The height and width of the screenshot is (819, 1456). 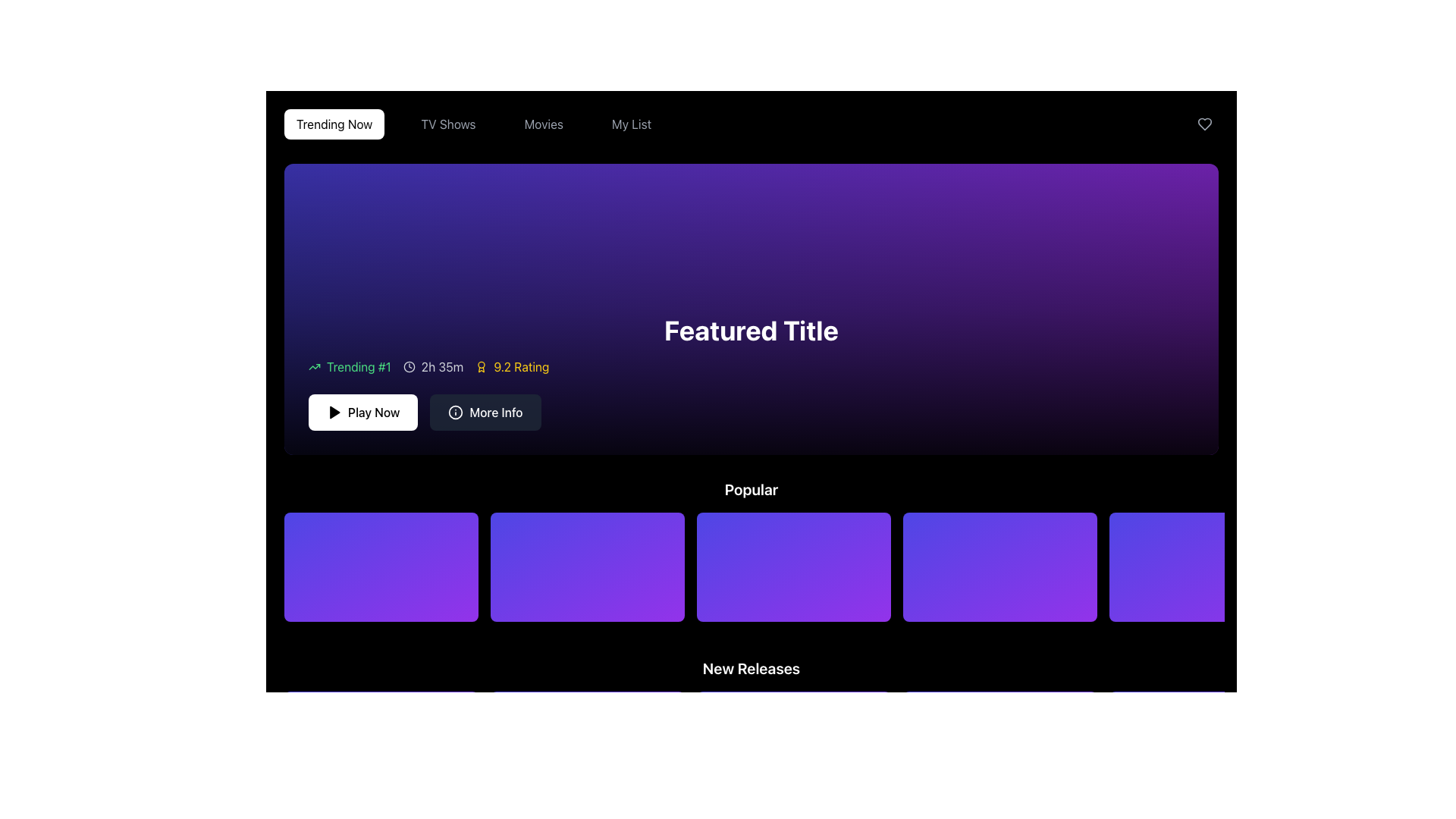 What do you see at coordinates (334, 124) in the screenshot?
I see `the 'Trending Now' button, which is a rectangular button with a white background and black text, located on a black background towards the top left of the interface` at bounding box center [334, 124].